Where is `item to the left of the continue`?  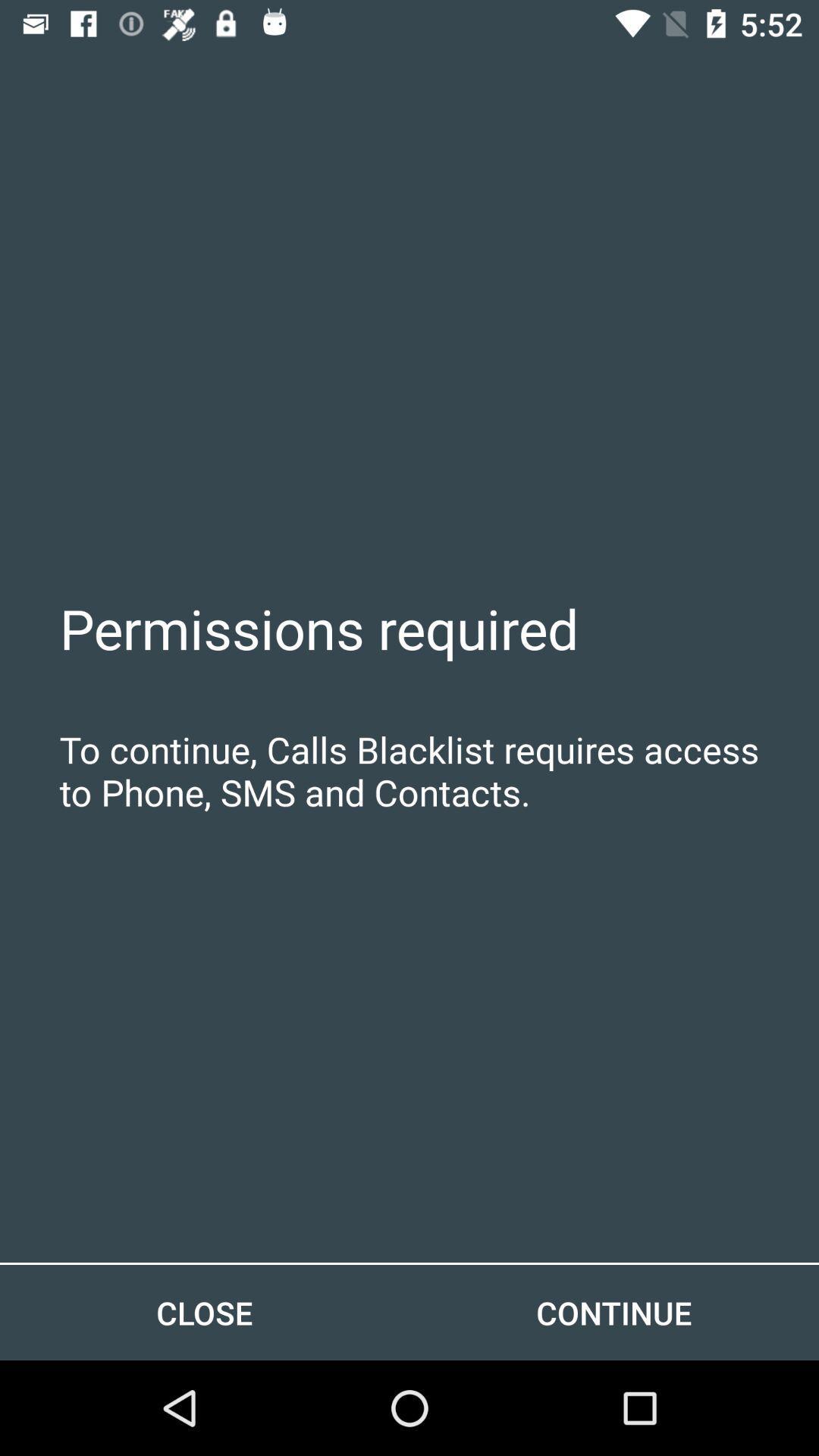
item to the left of the continue is located at coordinates (205, 1312).